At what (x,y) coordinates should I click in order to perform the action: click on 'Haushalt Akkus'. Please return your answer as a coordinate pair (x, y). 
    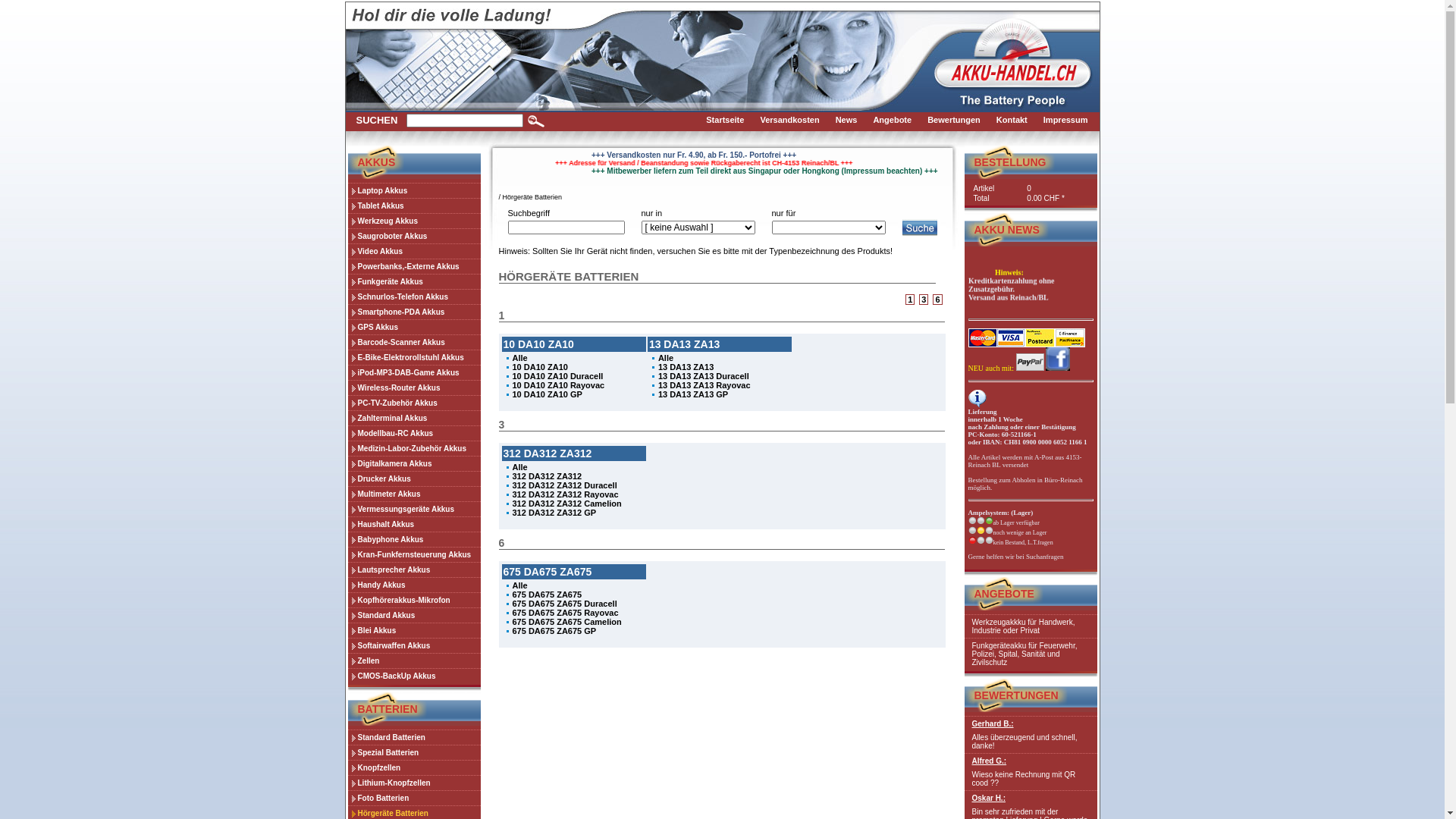
    Looking at the image, I should click on (346, 522).